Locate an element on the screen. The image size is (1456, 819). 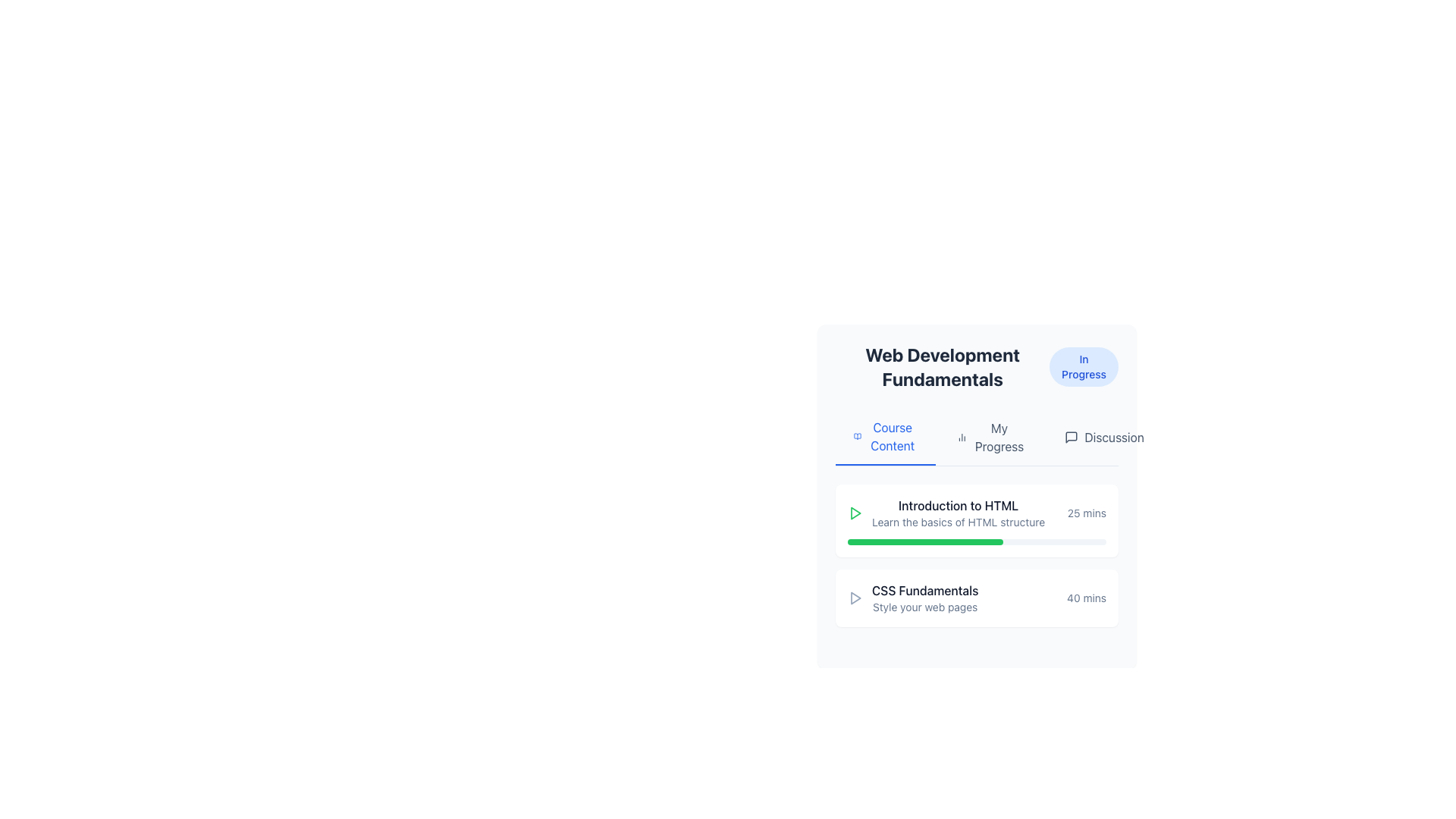
progress bar completion is located at coordinates (952, 541).